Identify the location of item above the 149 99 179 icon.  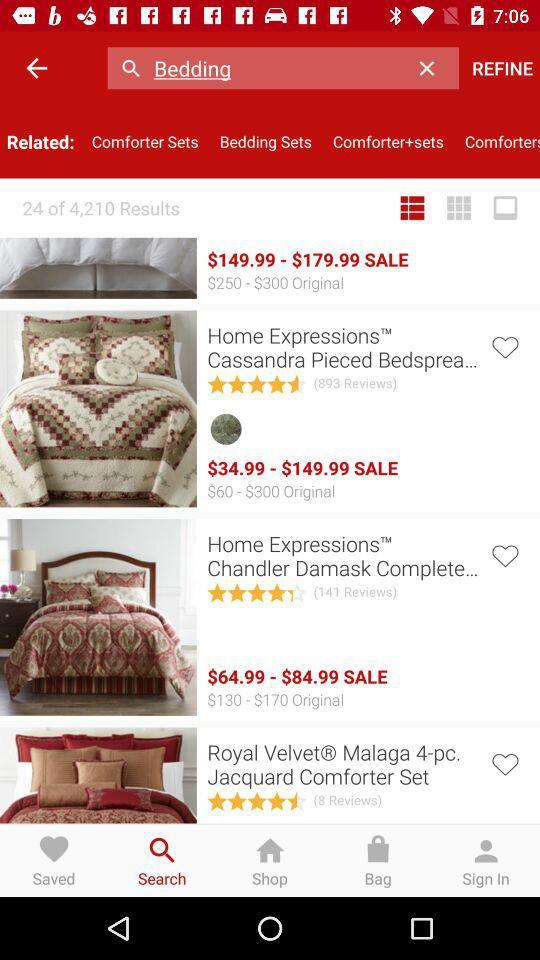
(411, 208).